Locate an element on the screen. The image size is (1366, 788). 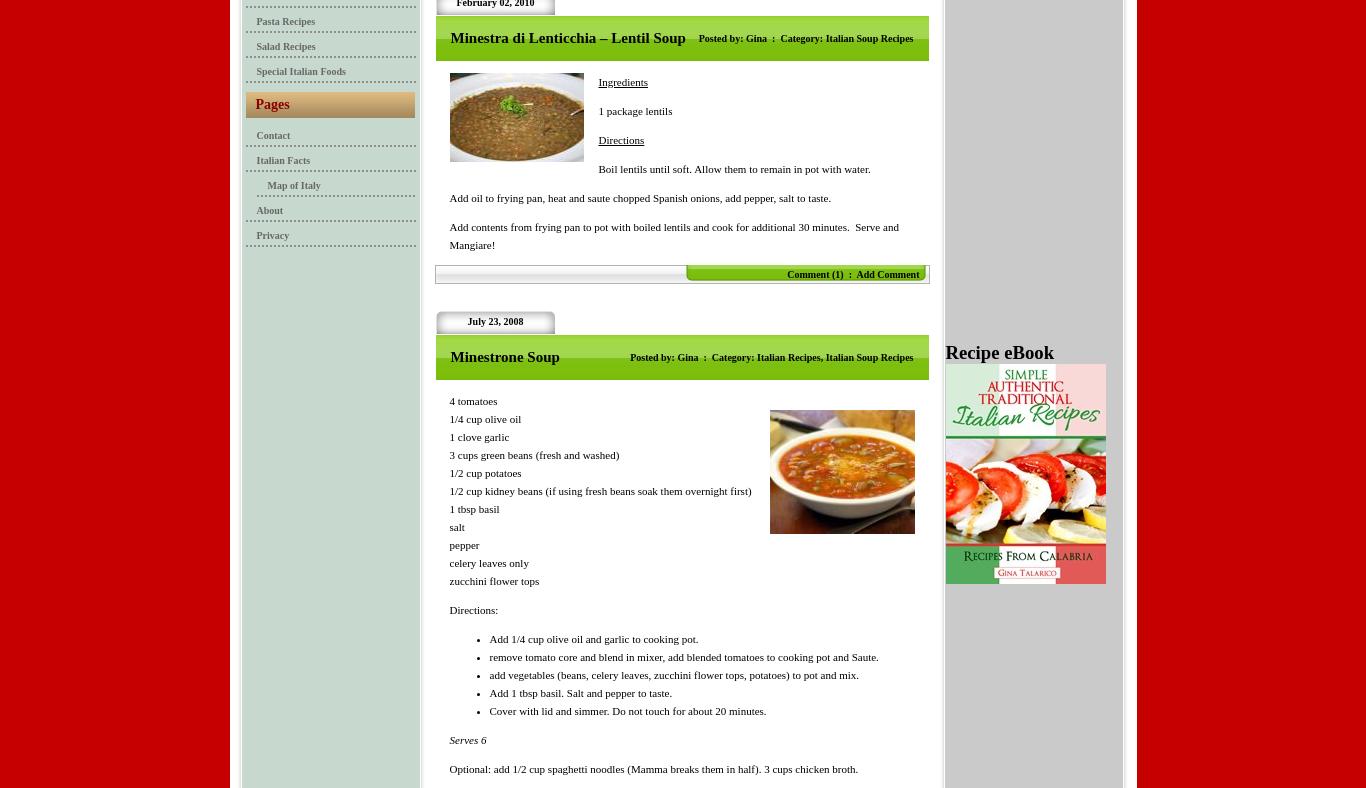
'Pages' is located at coordinates (271, 104).